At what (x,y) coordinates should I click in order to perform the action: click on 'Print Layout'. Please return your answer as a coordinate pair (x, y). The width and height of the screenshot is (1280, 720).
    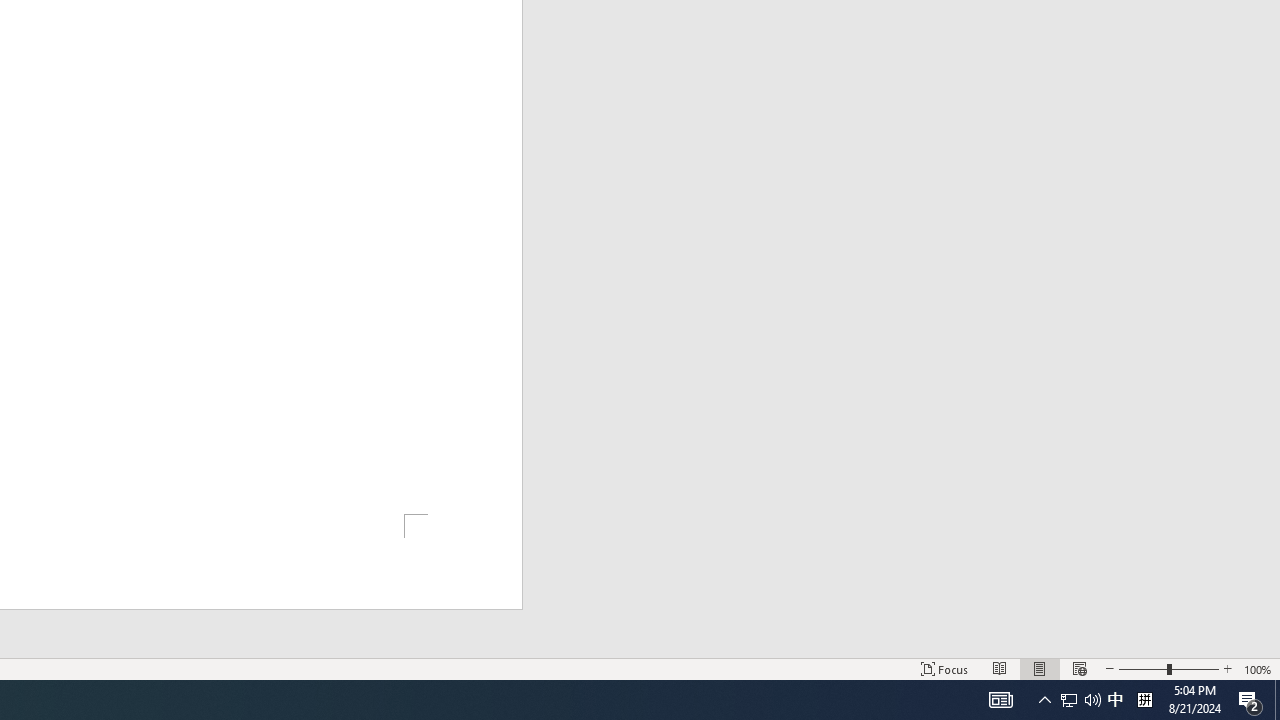
    Looking at the image, I should click on (1040, 669).